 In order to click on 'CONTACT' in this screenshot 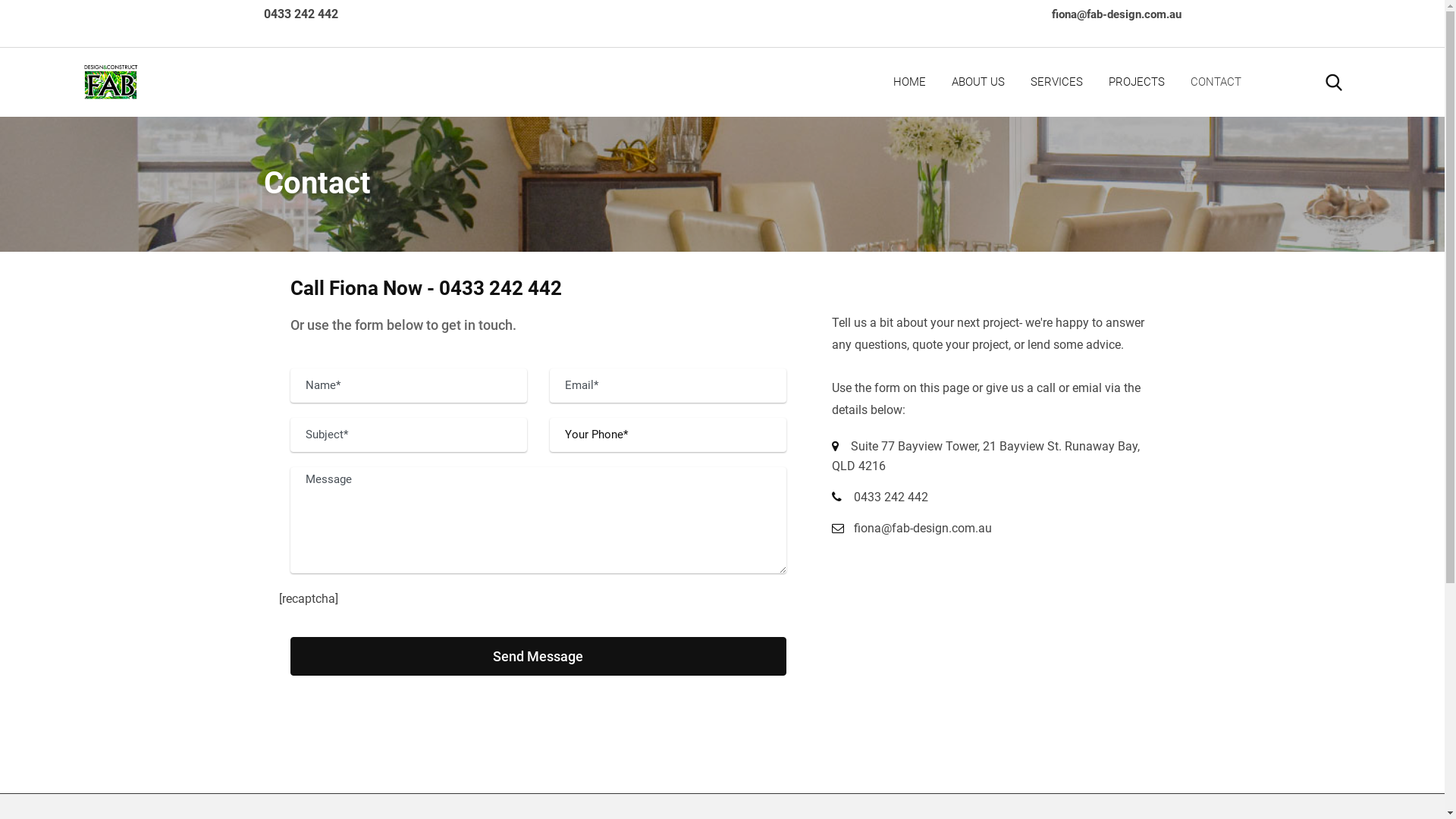, I will do `click(1216, 82)`.